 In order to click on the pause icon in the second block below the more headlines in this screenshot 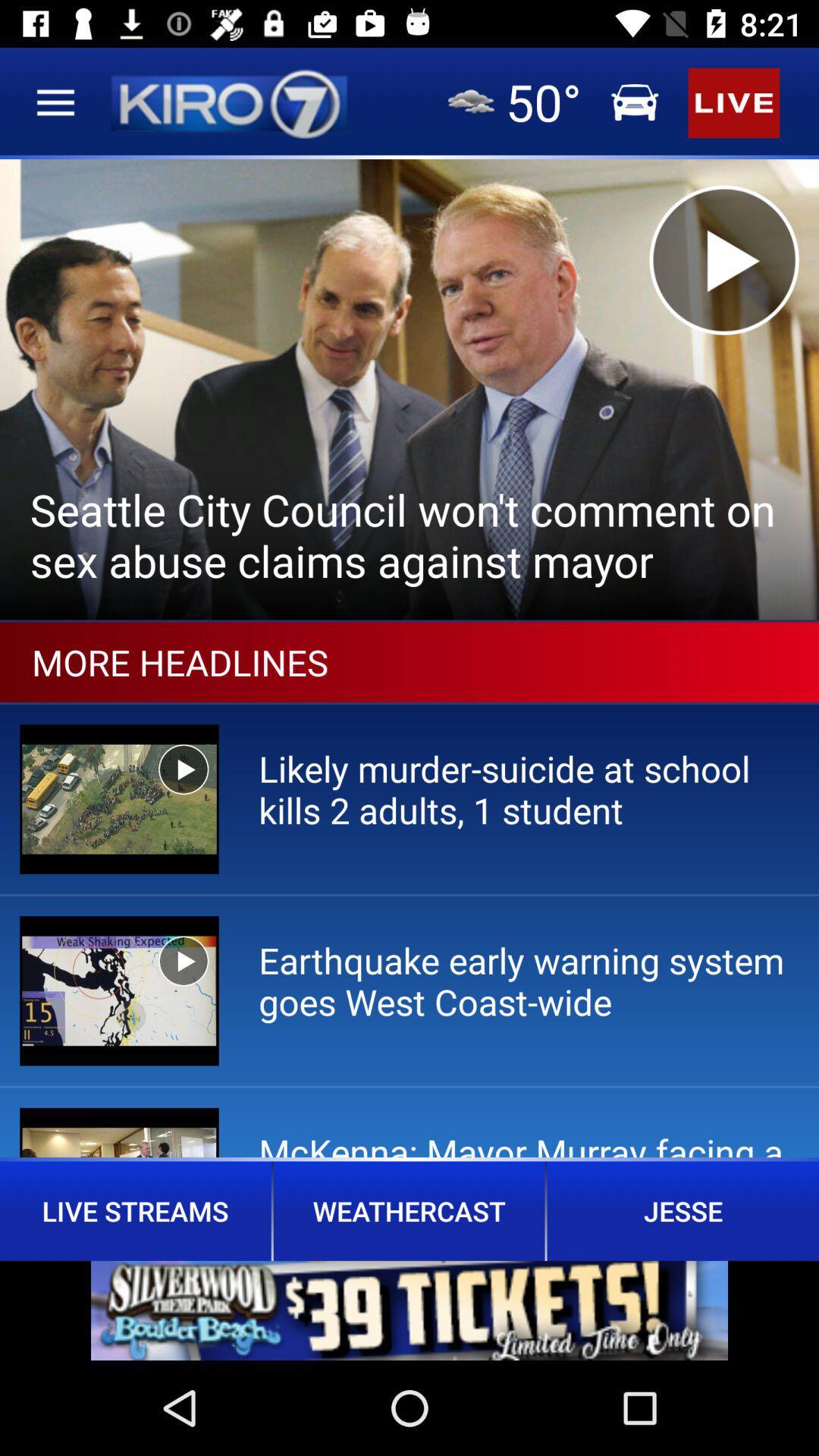, I will do `click(183, 960)`.